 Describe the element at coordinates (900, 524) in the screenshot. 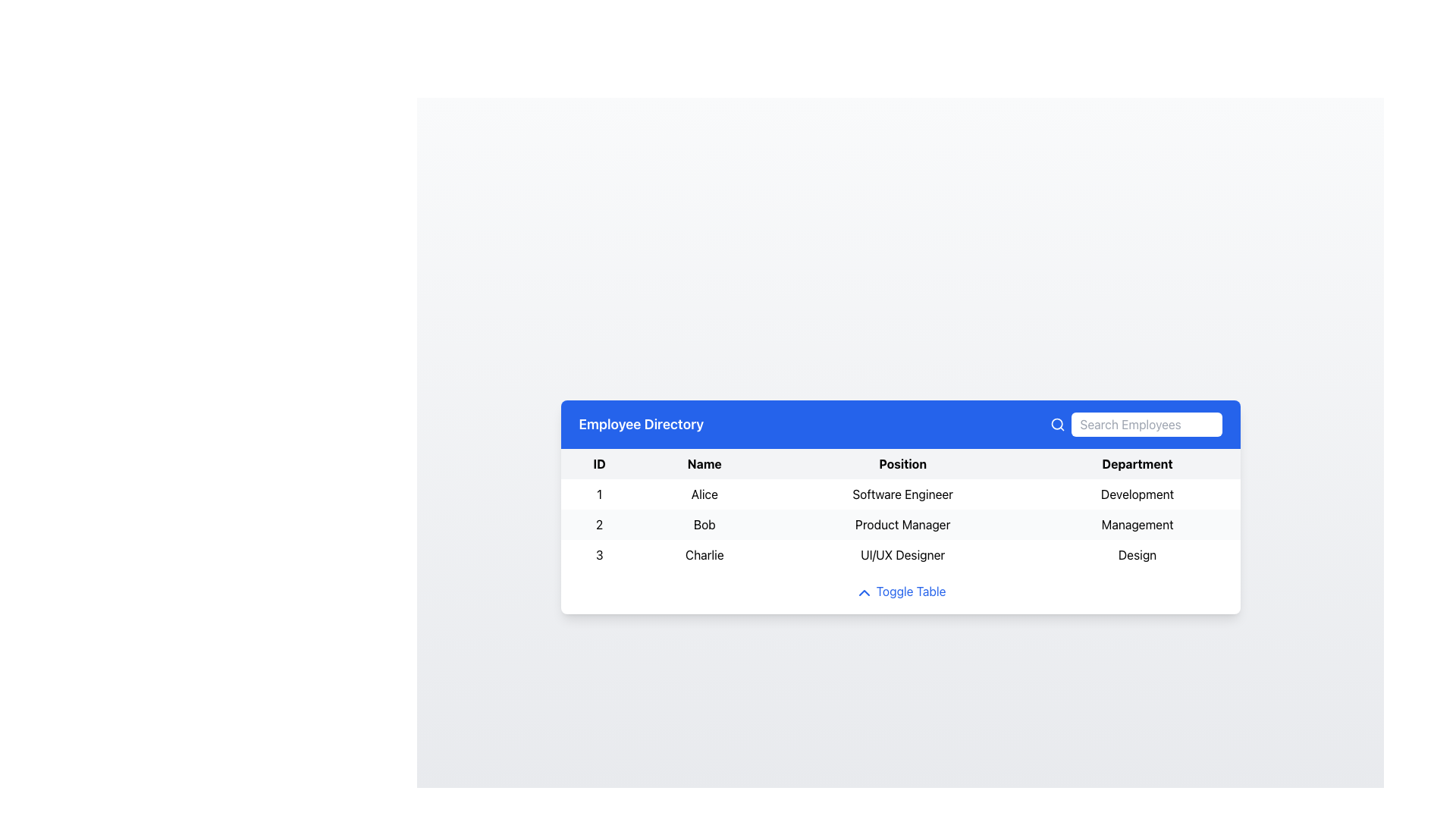

I see `to select the second row of the employee data table containing 'Bob' as the name, 'Product Manager' as the position, and 'Management' as the department` at that location.